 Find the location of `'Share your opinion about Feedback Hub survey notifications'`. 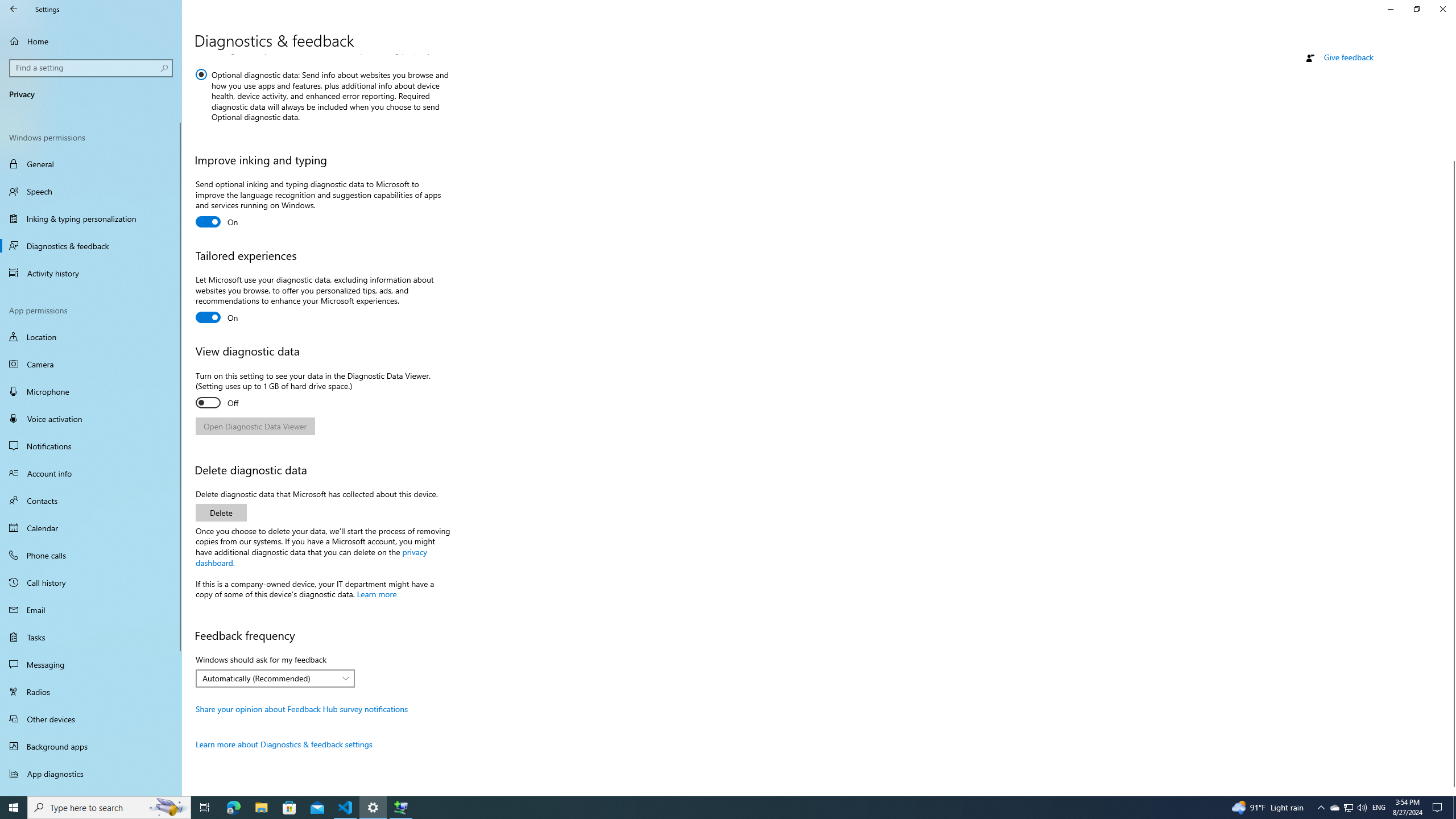

'Share your opinion about Feedback Hub survey notifications' is located at coordinates (301, 708).